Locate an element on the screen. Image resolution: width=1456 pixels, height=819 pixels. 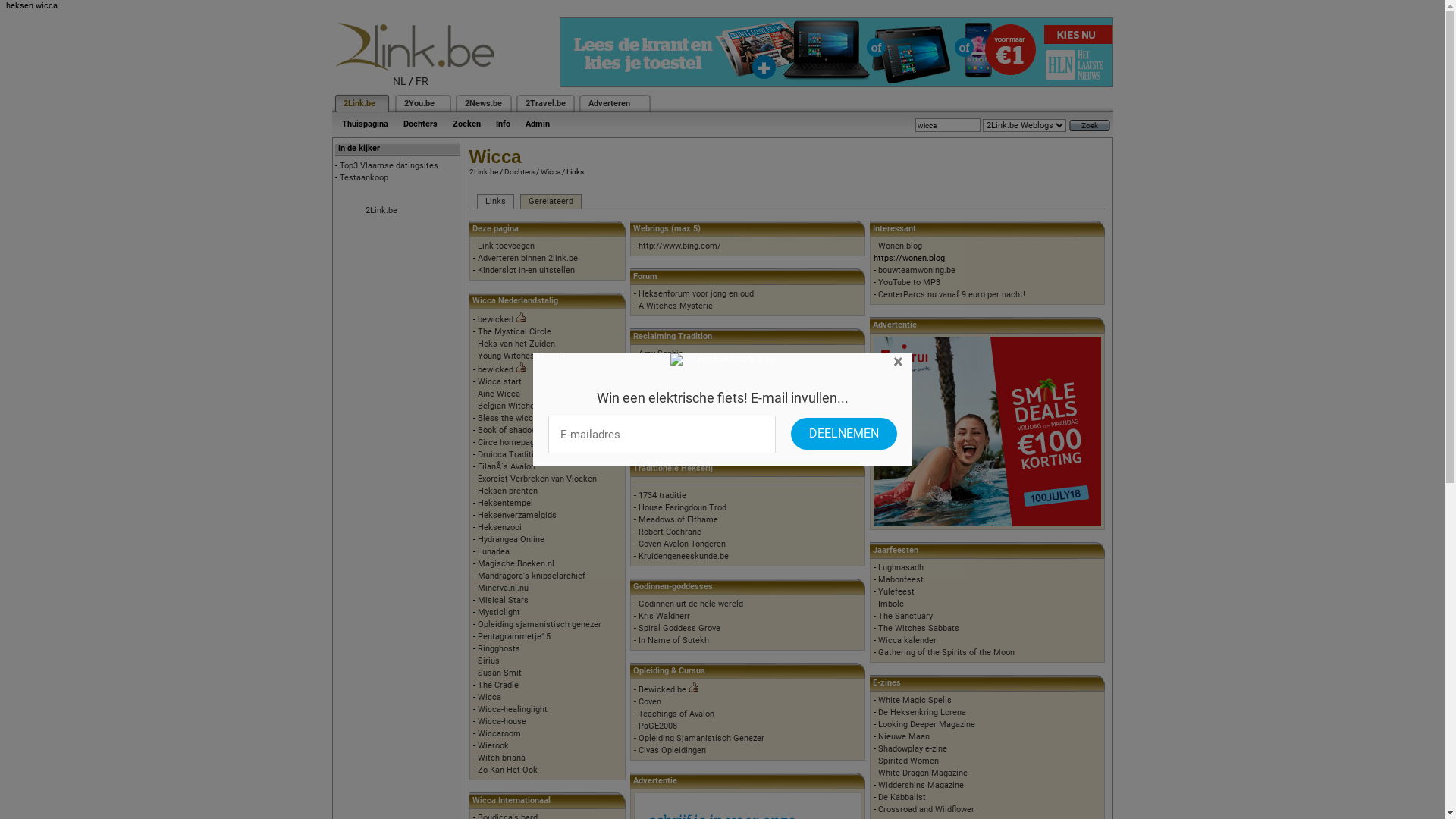
'De Heksenkring Lorena' is located at coordinates (877, 712).